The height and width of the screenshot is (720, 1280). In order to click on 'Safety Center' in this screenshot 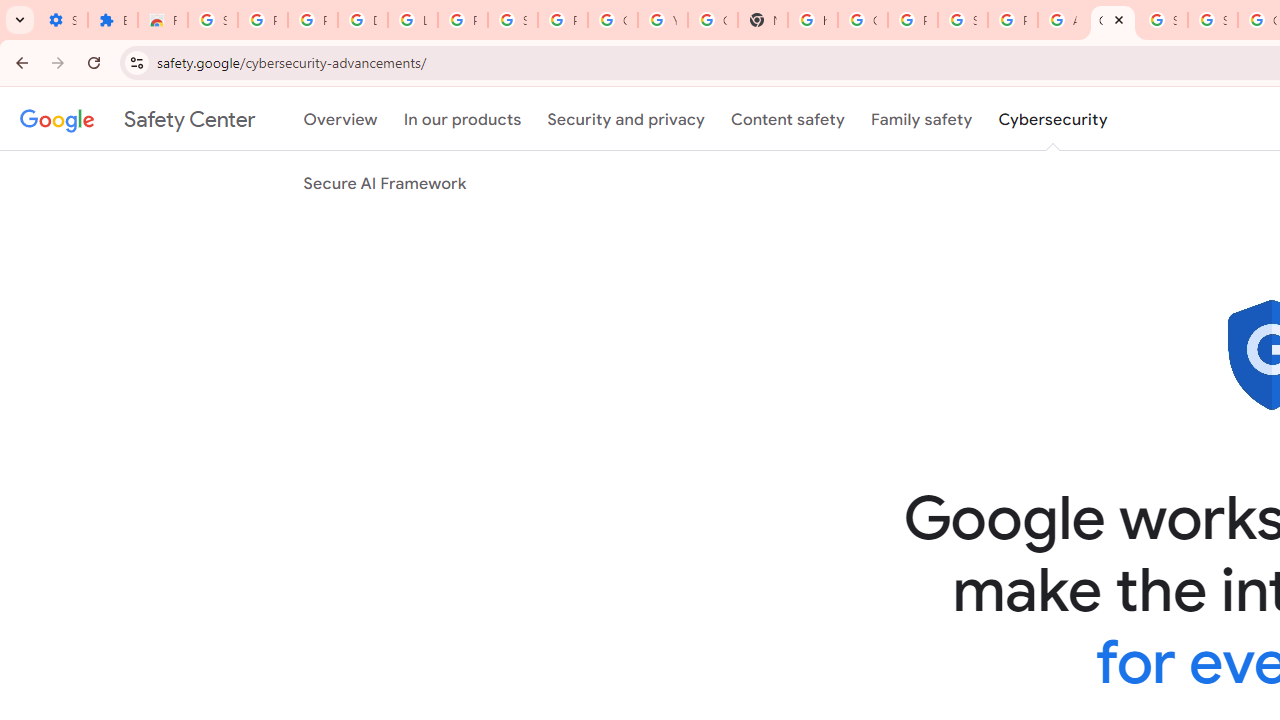, I will do `click(136, 119)`.